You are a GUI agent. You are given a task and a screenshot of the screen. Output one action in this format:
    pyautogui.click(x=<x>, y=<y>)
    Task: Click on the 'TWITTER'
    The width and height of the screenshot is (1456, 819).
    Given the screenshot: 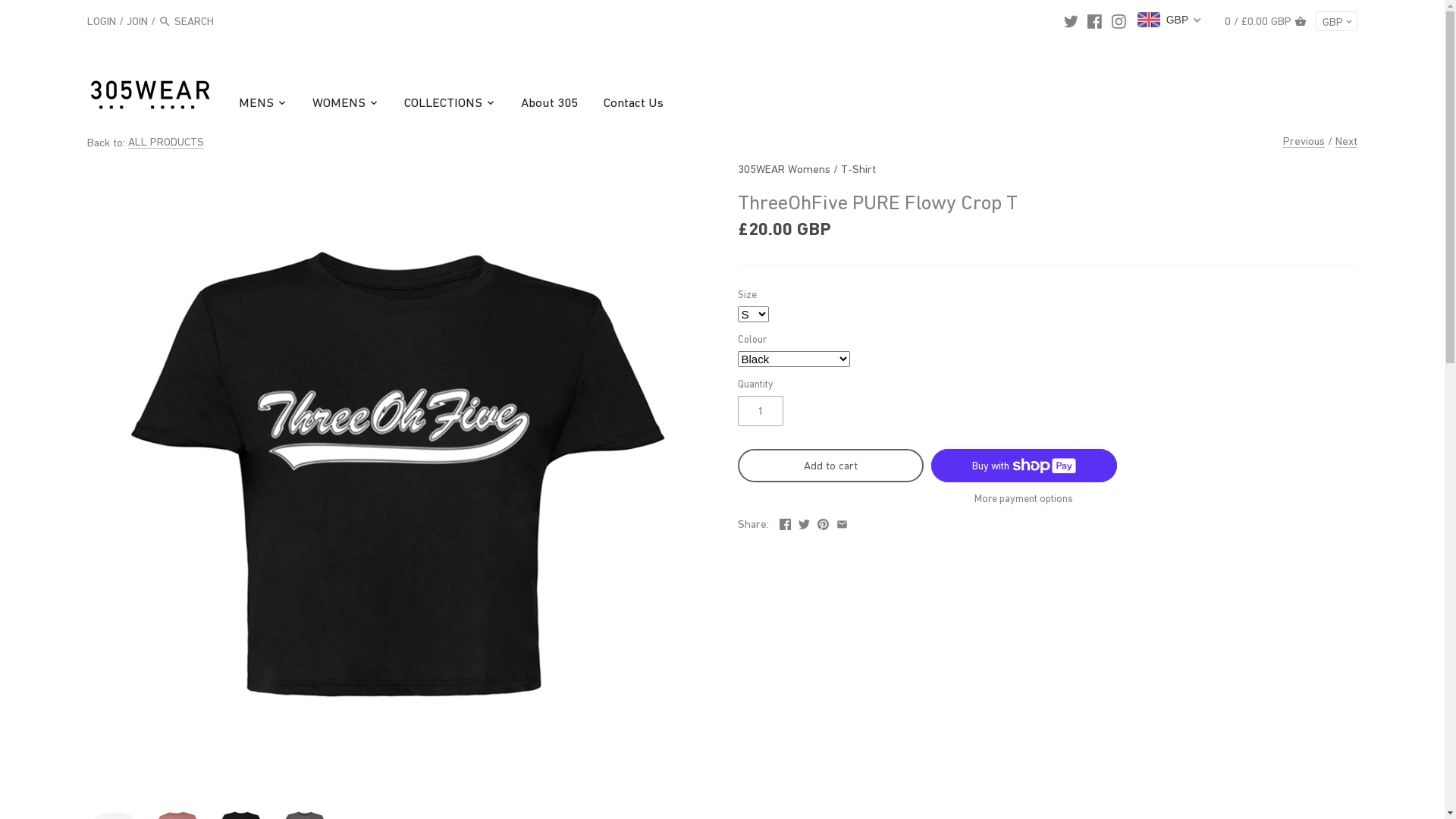 What is the action you would take?
    pyautogui.click(x=1070, y=20)
    